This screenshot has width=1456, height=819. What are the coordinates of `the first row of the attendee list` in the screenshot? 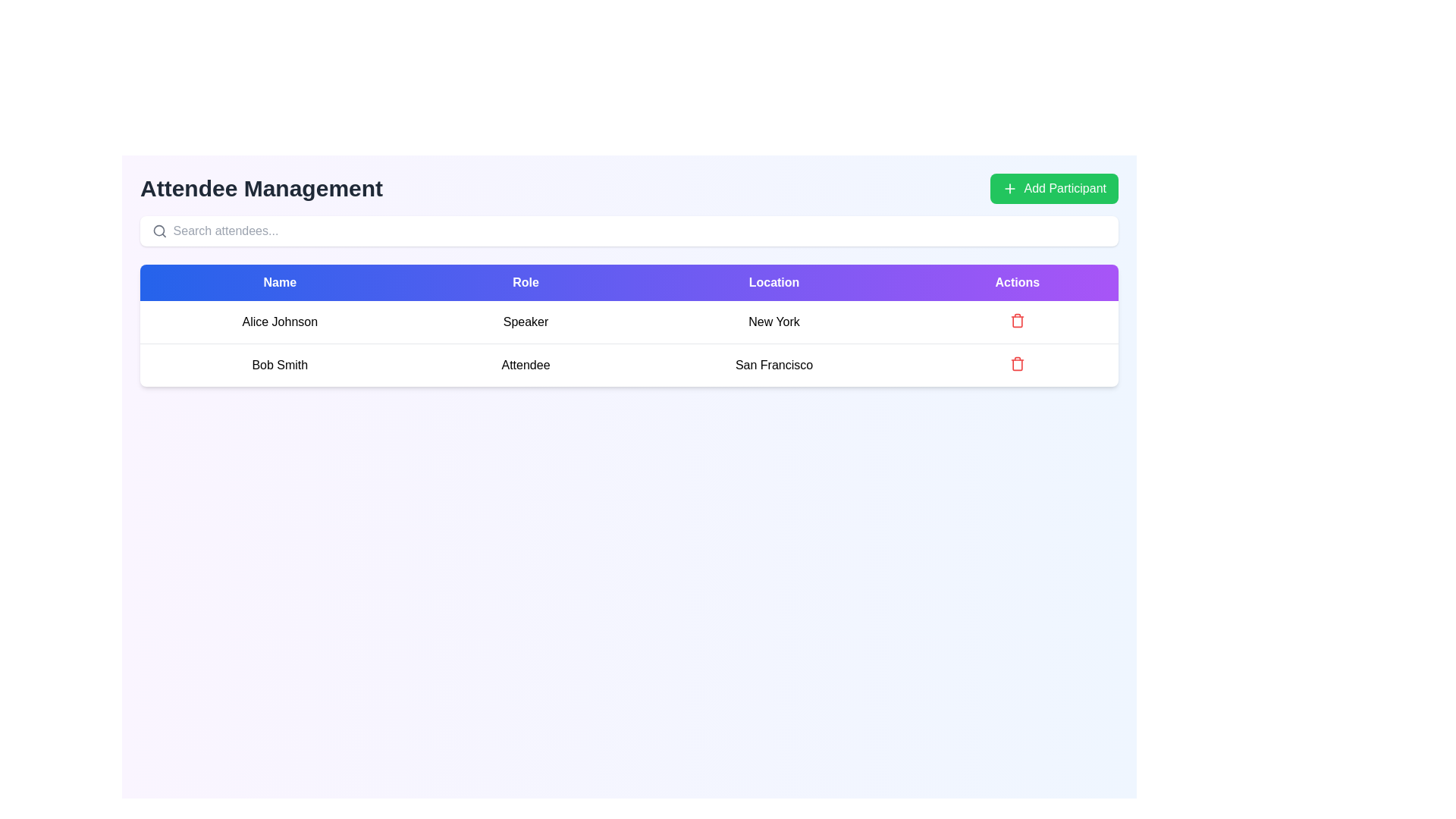 It's located at (629, 321).